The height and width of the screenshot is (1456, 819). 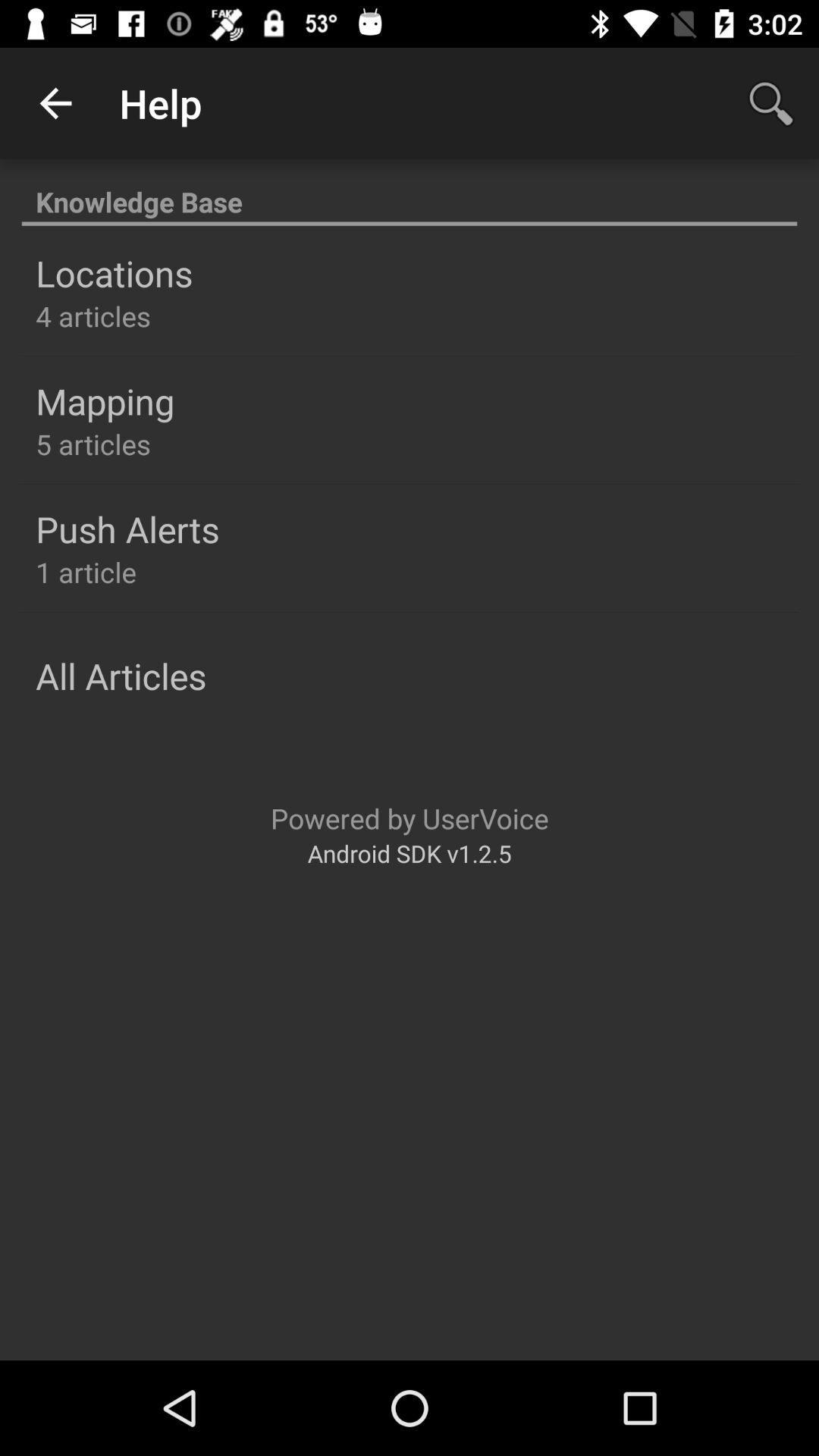 What do you see at coordinates (409, 193) in the screenshot?
I see `knowledge base item` at bounding box center [409, 193].